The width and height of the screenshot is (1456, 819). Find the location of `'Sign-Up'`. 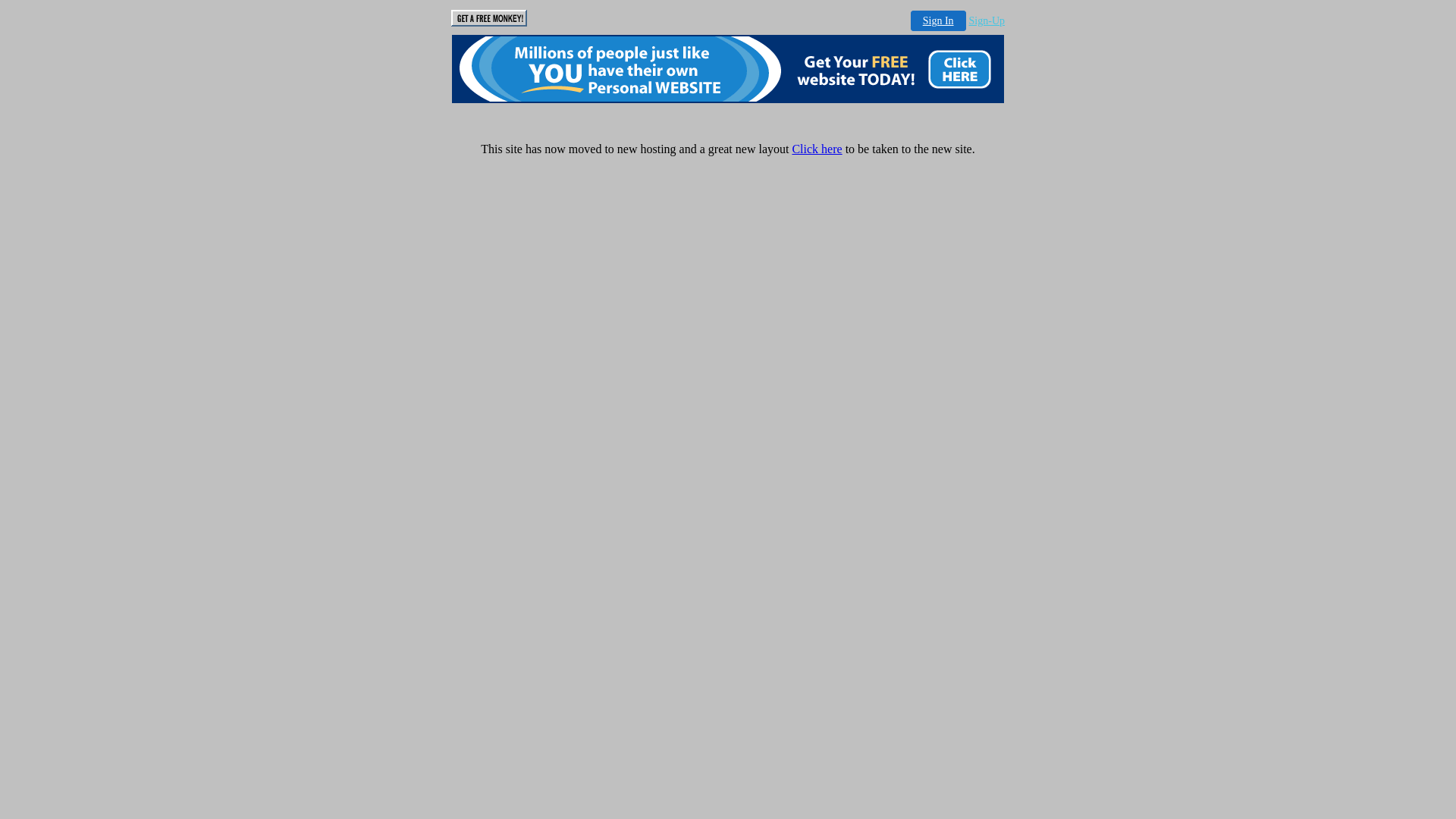

'Sign-Up' is located at coordinates (987, 20).